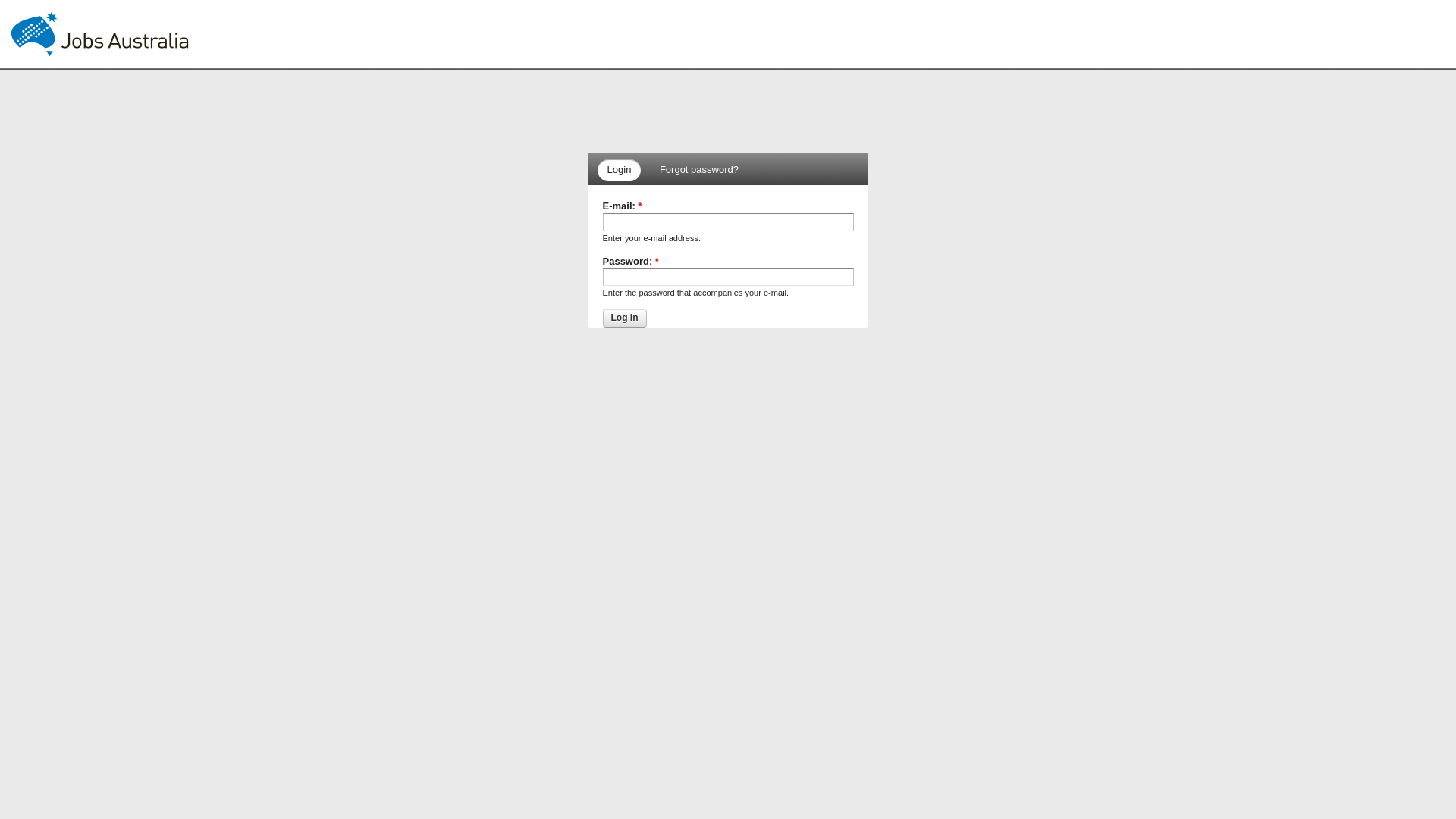  I want to click on 'Login', so click(619, 170).